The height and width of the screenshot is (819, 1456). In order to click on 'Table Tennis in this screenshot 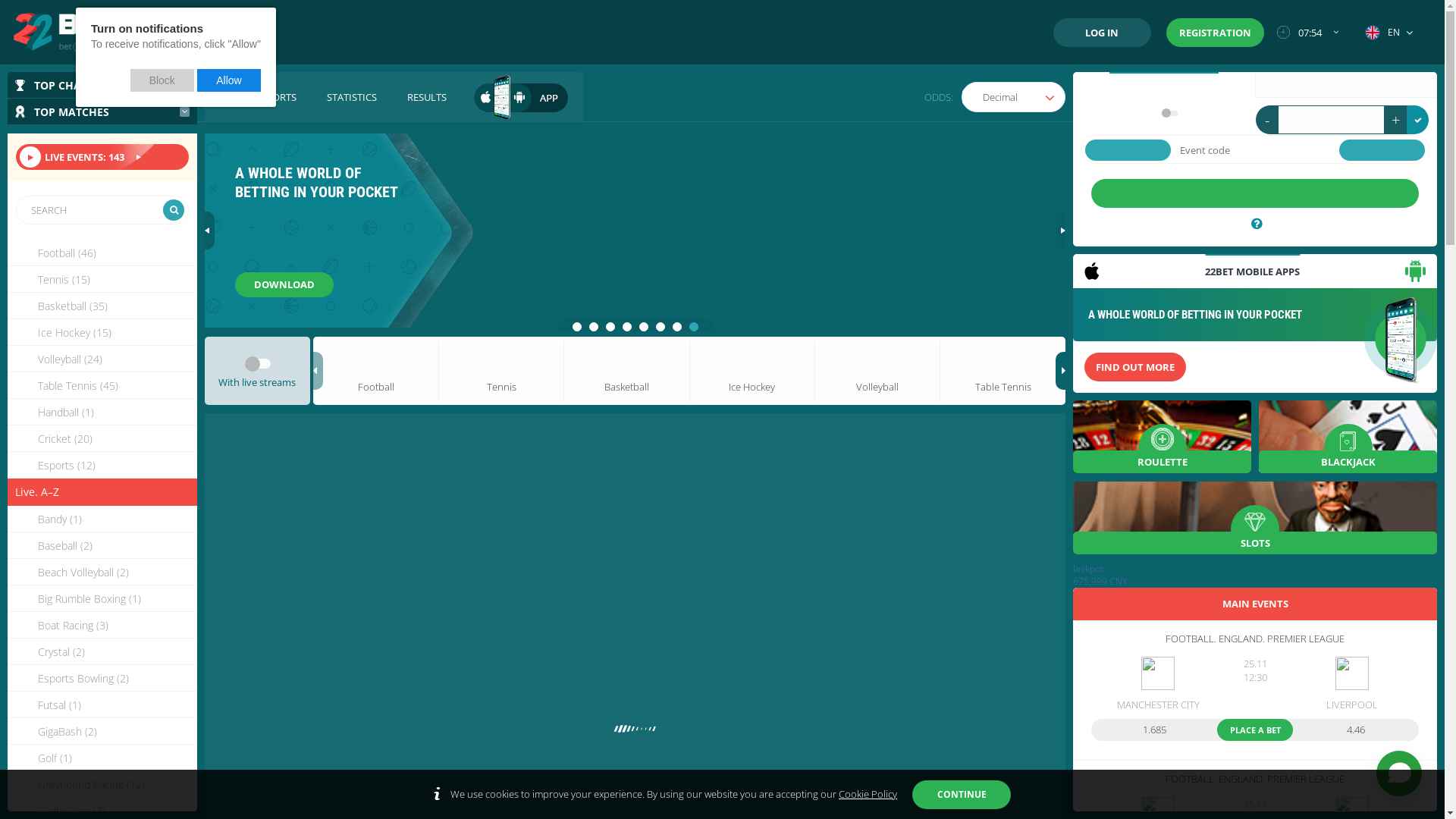, I will do `click(101, 384)`.